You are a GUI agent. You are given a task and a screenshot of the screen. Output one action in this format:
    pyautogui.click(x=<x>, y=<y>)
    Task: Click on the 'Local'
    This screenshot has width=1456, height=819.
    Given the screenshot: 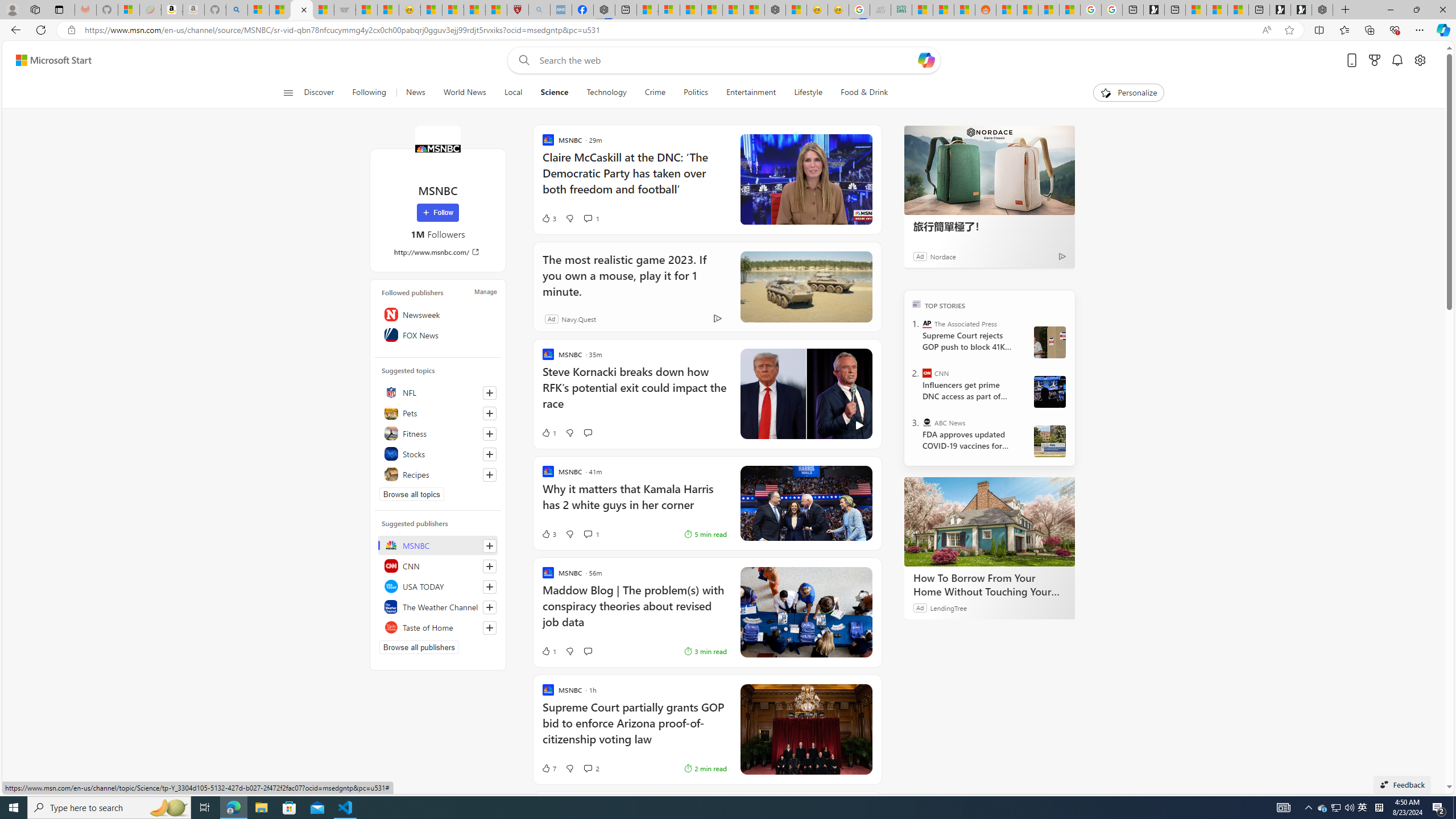 What is the action you would take?
    pyautogui.click(x=512, y=92)
    